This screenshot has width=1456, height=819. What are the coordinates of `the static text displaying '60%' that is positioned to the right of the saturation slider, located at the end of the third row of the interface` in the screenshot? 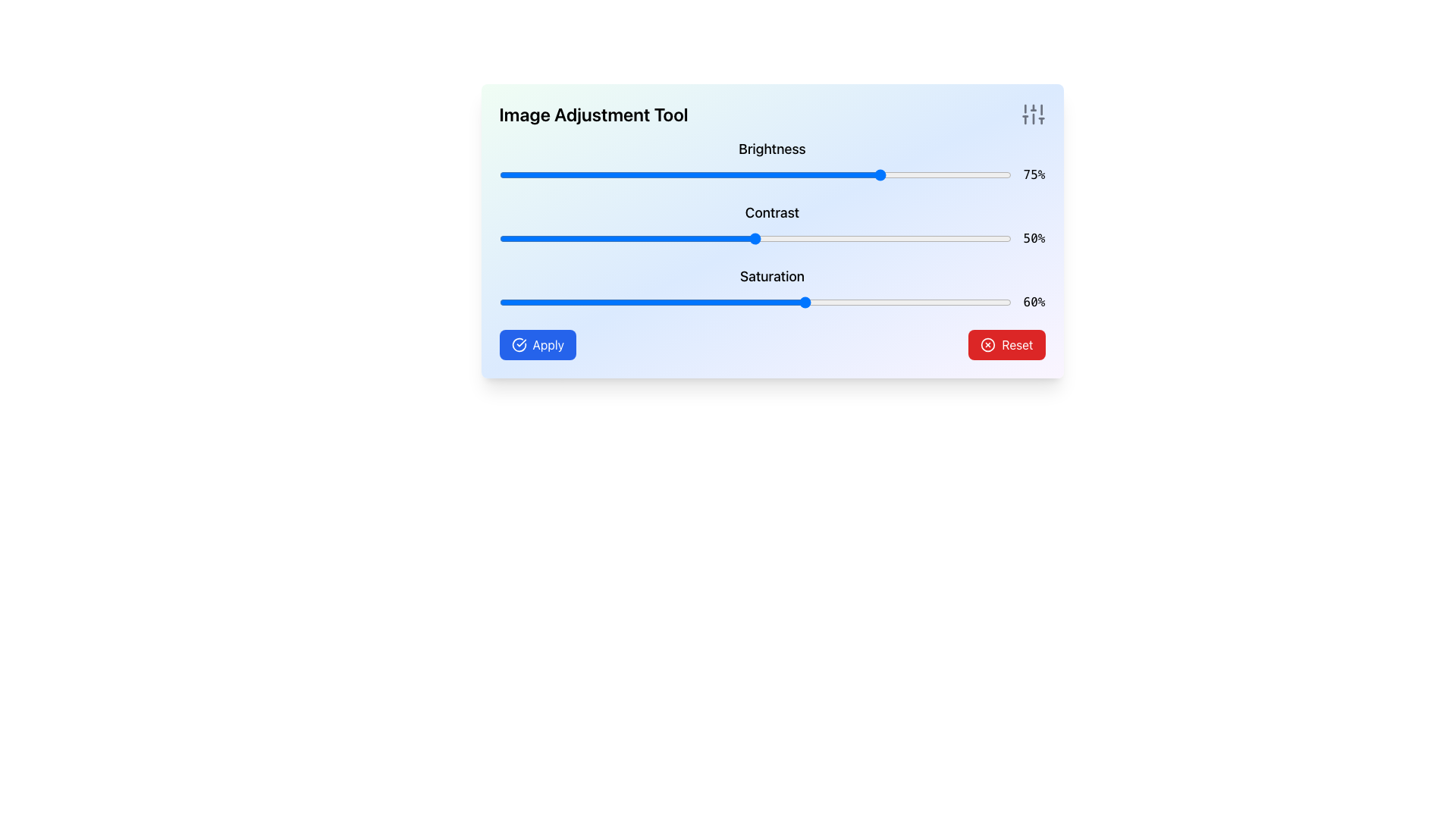 It's located at (1033, 302).